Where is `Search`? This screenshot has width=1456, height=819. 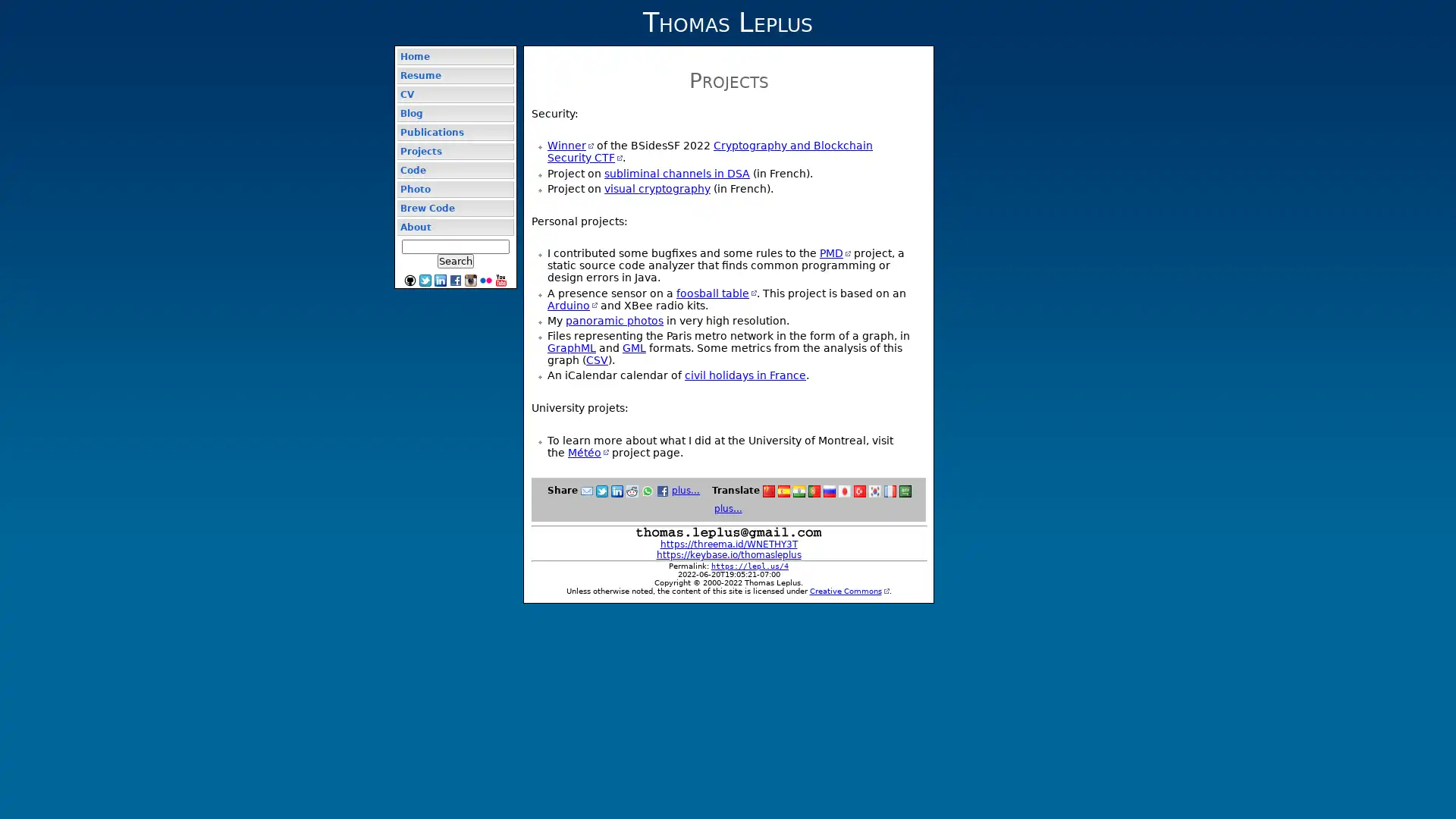
Search is located at coordinates (454, 260).